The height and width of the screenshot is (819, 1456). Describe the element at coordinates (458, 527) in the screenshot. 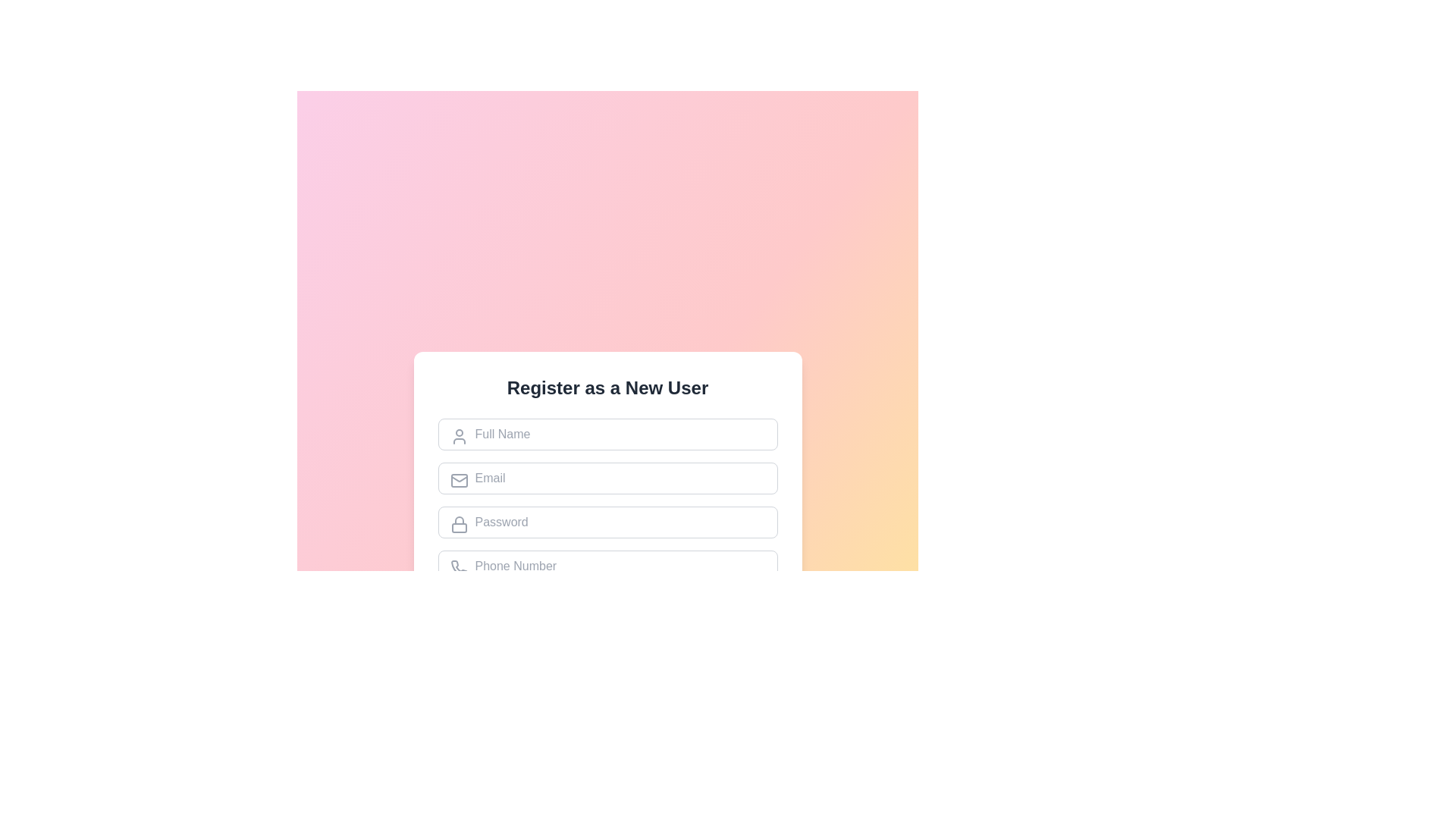

I see `the decorative SVG shape that represents the body of the lock icon, which symbolizes security or privacy in the password field` at that location.